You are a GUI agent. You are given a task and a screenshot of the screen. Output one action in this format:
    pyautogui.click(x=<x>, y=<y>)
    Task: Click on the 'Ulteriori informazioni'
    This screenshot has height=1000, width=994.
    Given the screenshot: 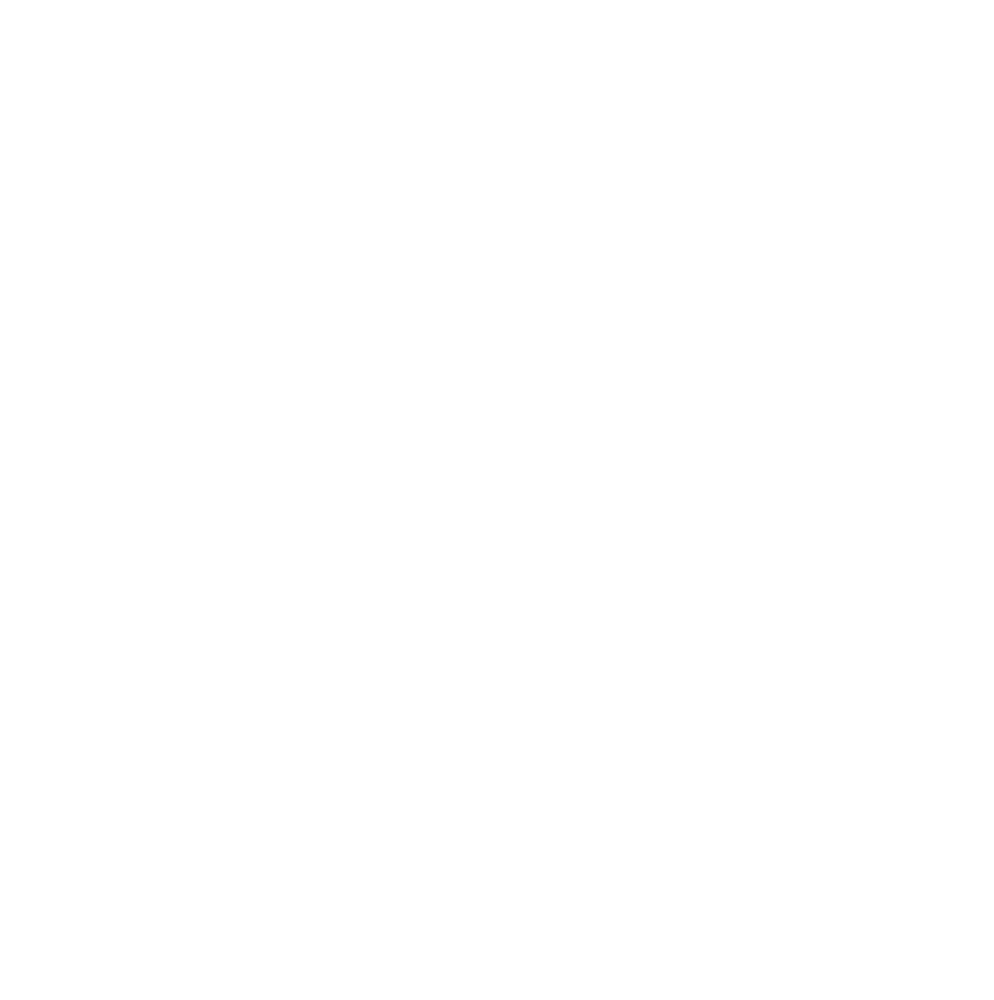 What is the action you would take?
    pyautogui.click(x=248, y=183)
    